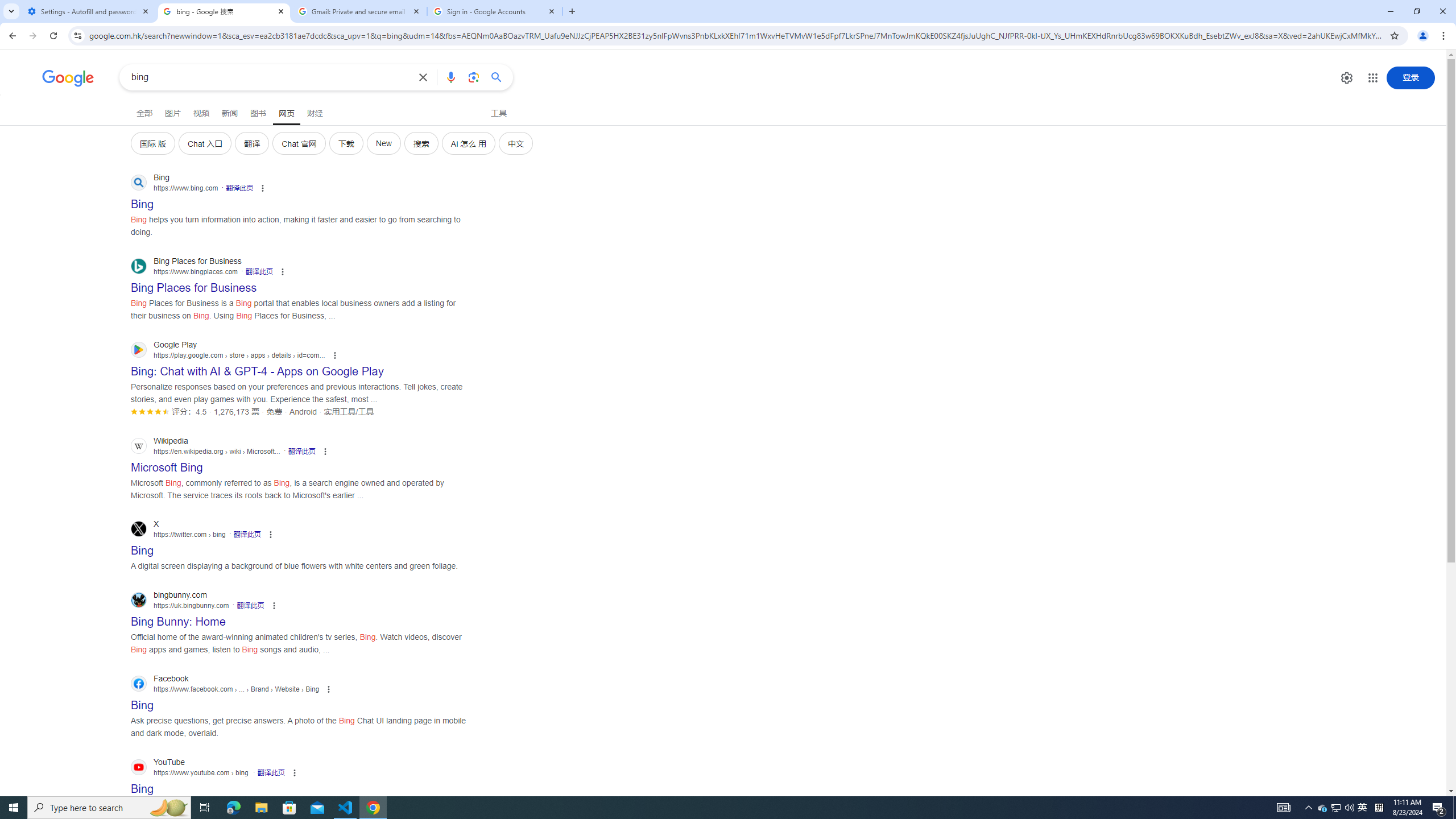  Describe the element at coordinates (88, 11) in the screenshot. I see `'Settings - Autofill and passwords'` at that location.